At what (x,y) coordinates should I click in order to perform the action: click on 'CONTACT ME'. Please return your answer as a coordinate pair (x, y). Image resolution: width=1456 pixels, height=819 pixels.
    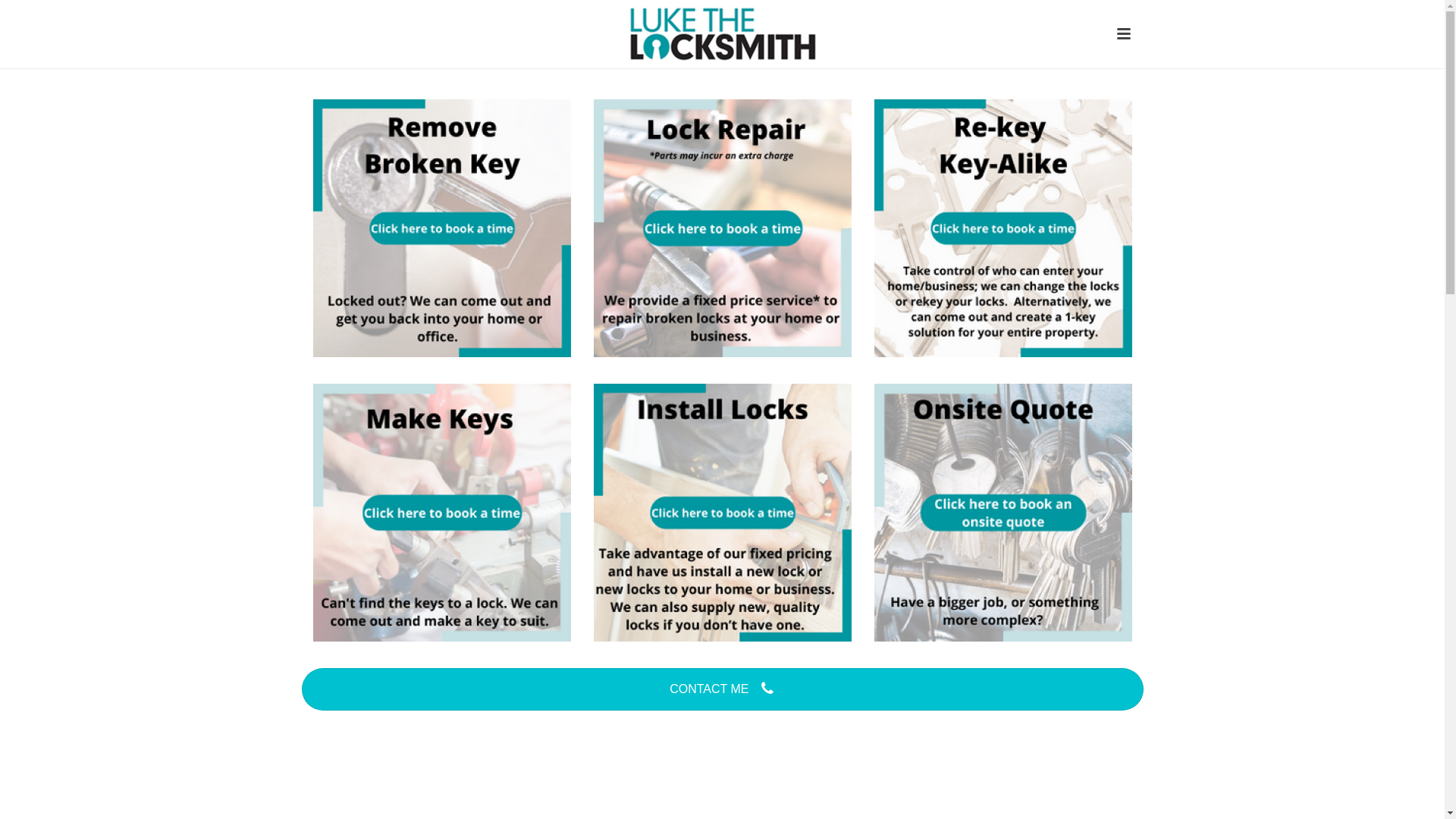
    Looking at the image, I should click on (722, 689).